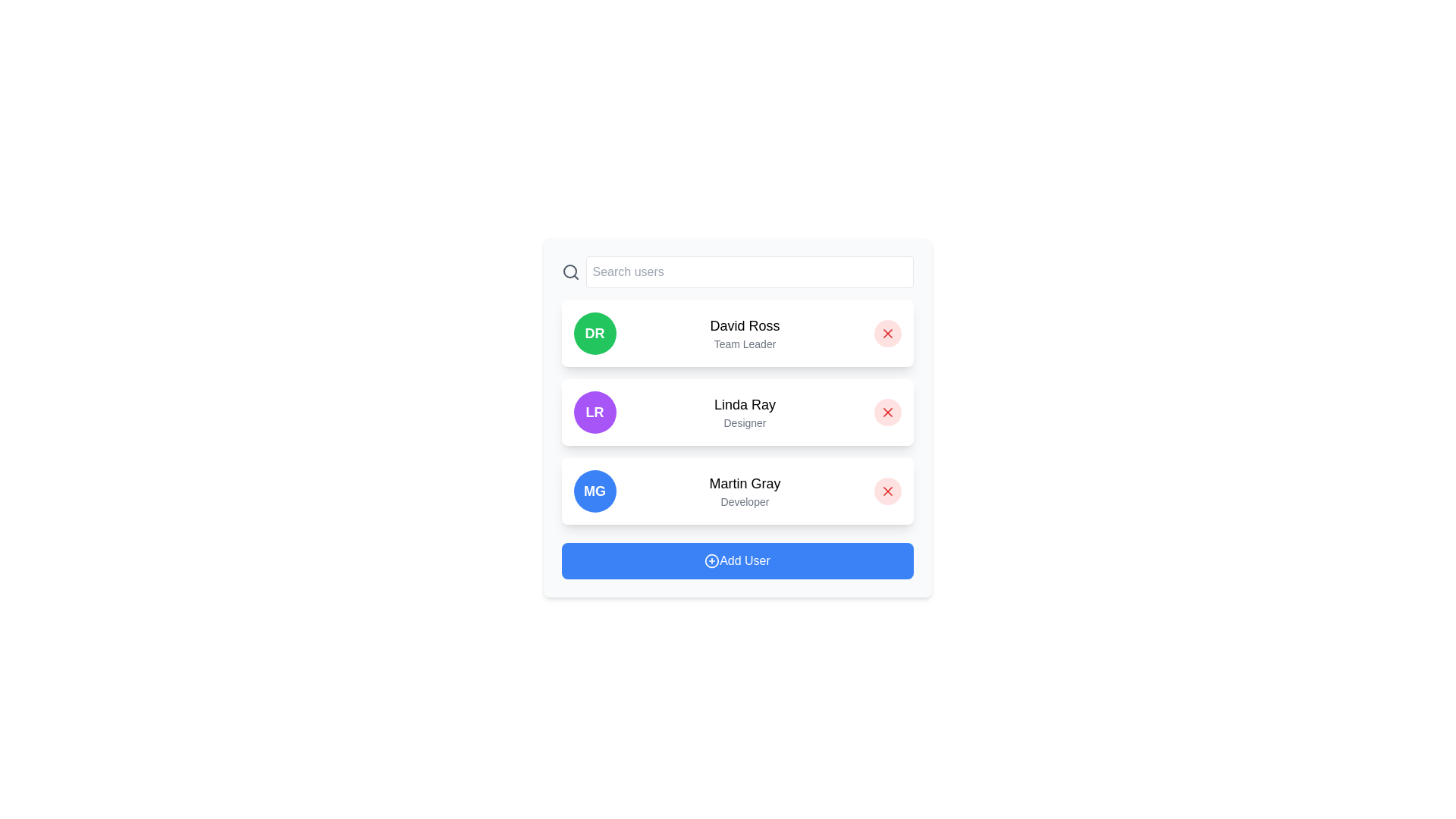  What do you see at coordinates (594, 412) in the screenshot?
I see `the circular badge representing the user 'Linda Ray', which is located beside her name and designation in the second user card of the vertical list` at bounding box center [594, 412].